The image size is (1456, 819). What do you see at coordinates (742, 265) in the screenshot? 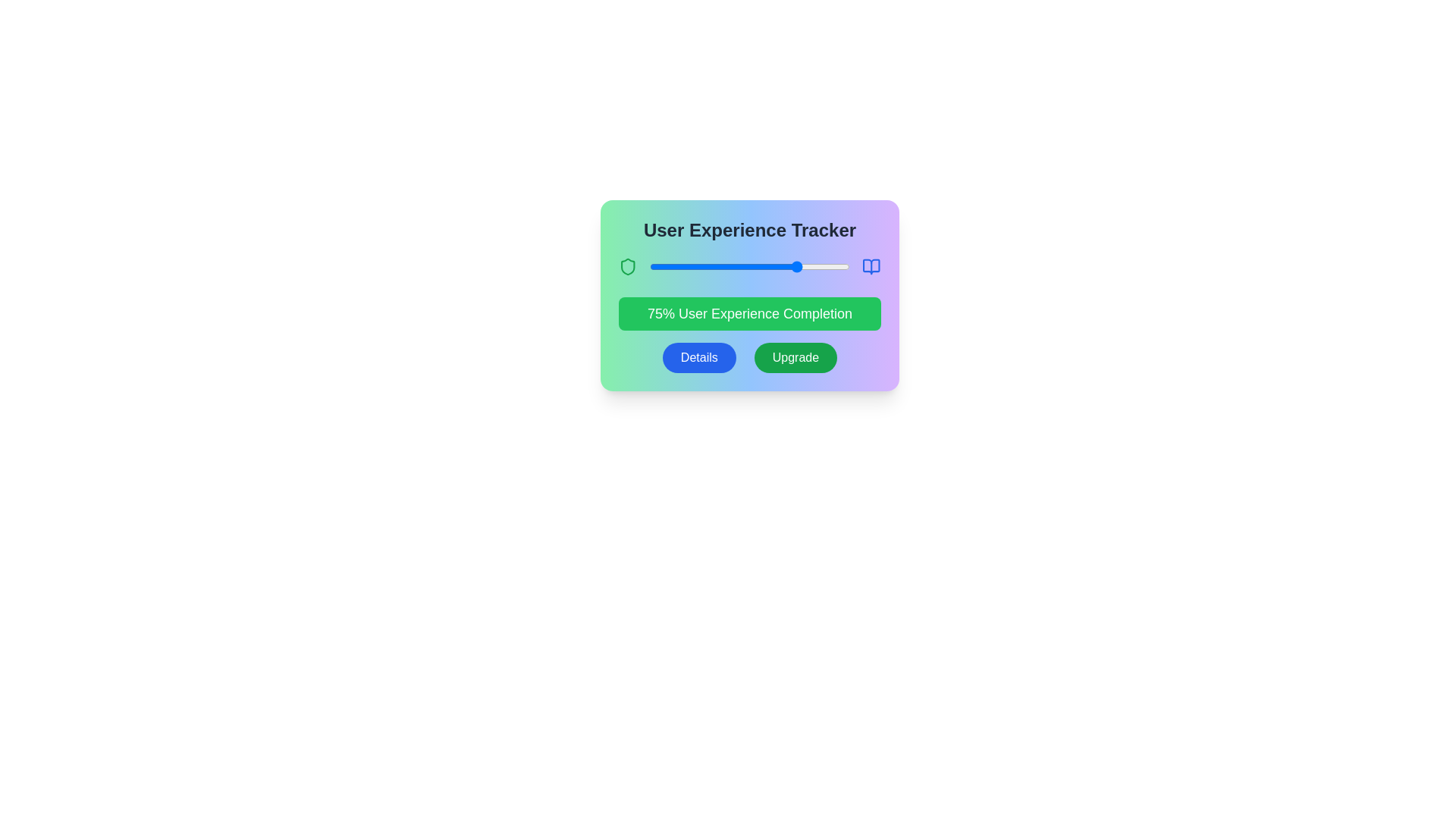
I see `the slider to set the progress to 46%` at bounding box center [742, 265].